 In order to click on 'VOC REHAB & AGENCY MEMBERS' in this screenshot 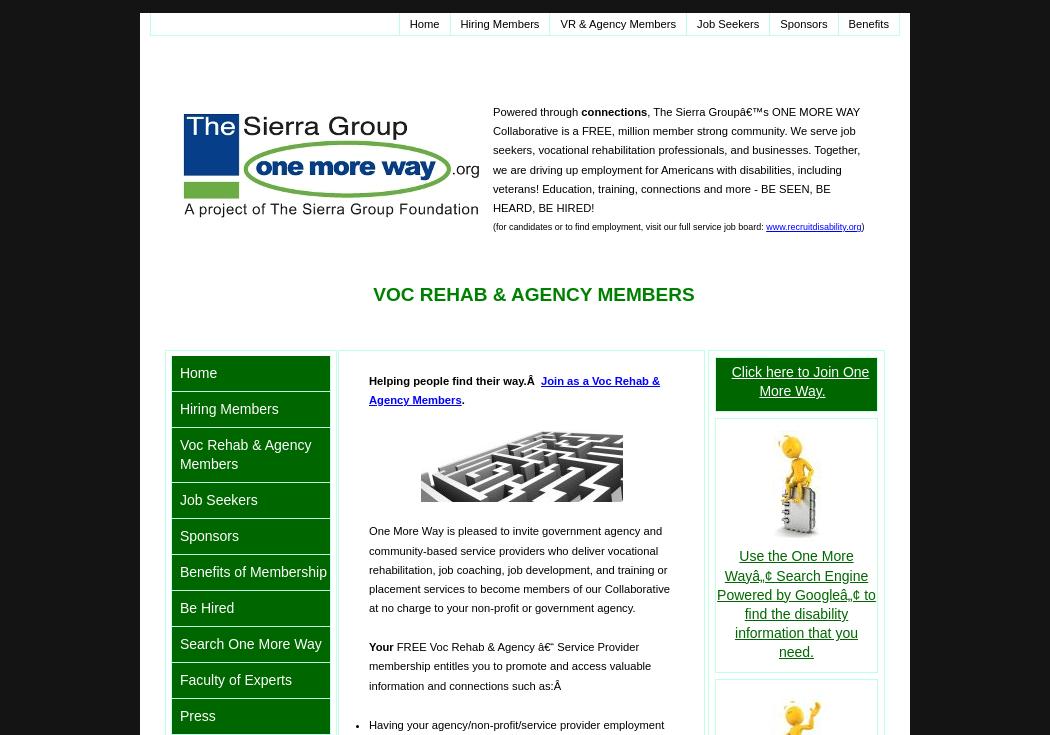, I will do `click(371, 294)`.